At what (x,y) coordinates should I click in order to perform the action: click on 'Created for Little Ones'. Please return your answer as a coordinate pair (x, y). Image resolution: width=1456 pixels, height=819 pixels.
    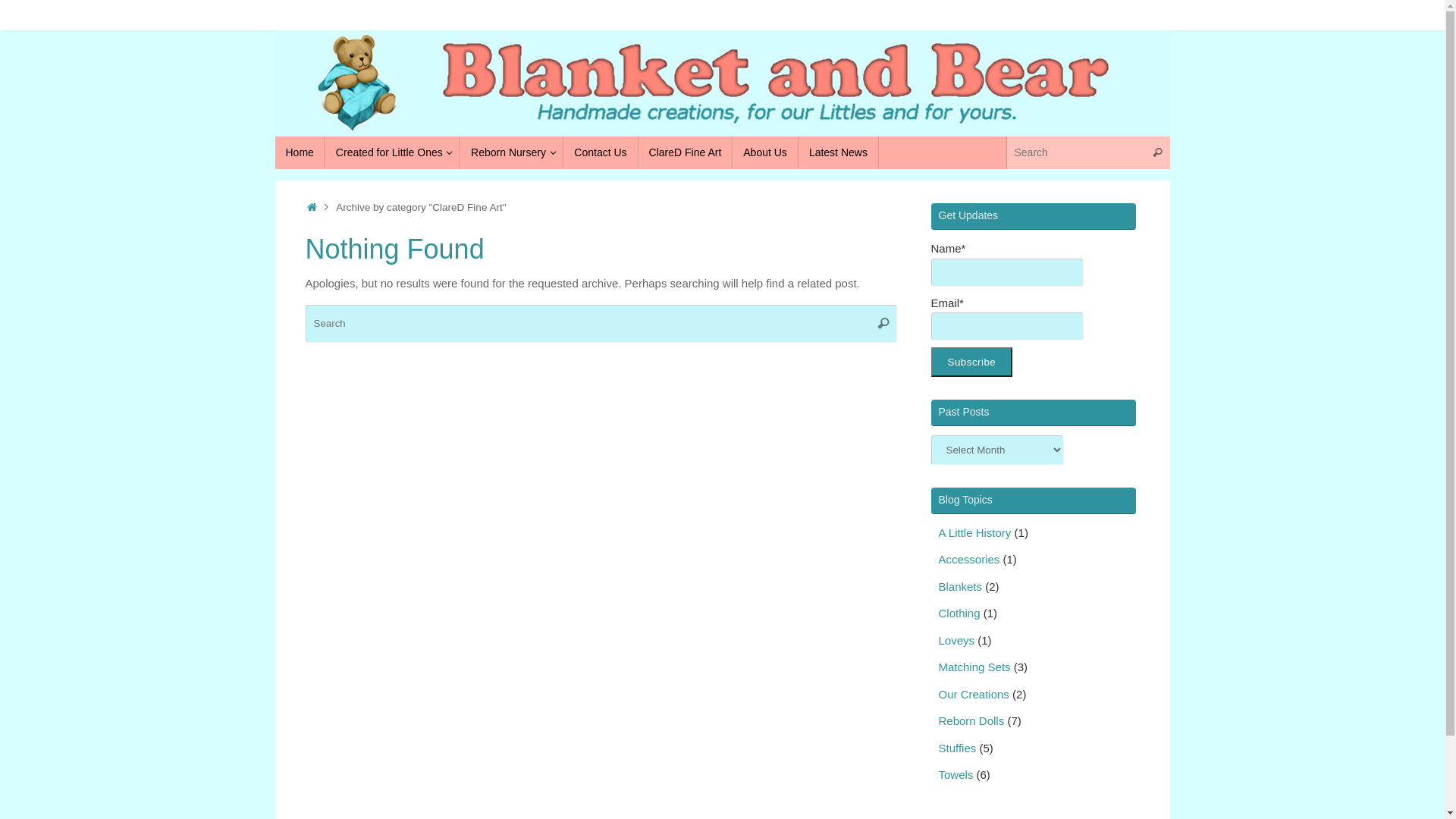
    Looking at the image, I should click on (393, 152).